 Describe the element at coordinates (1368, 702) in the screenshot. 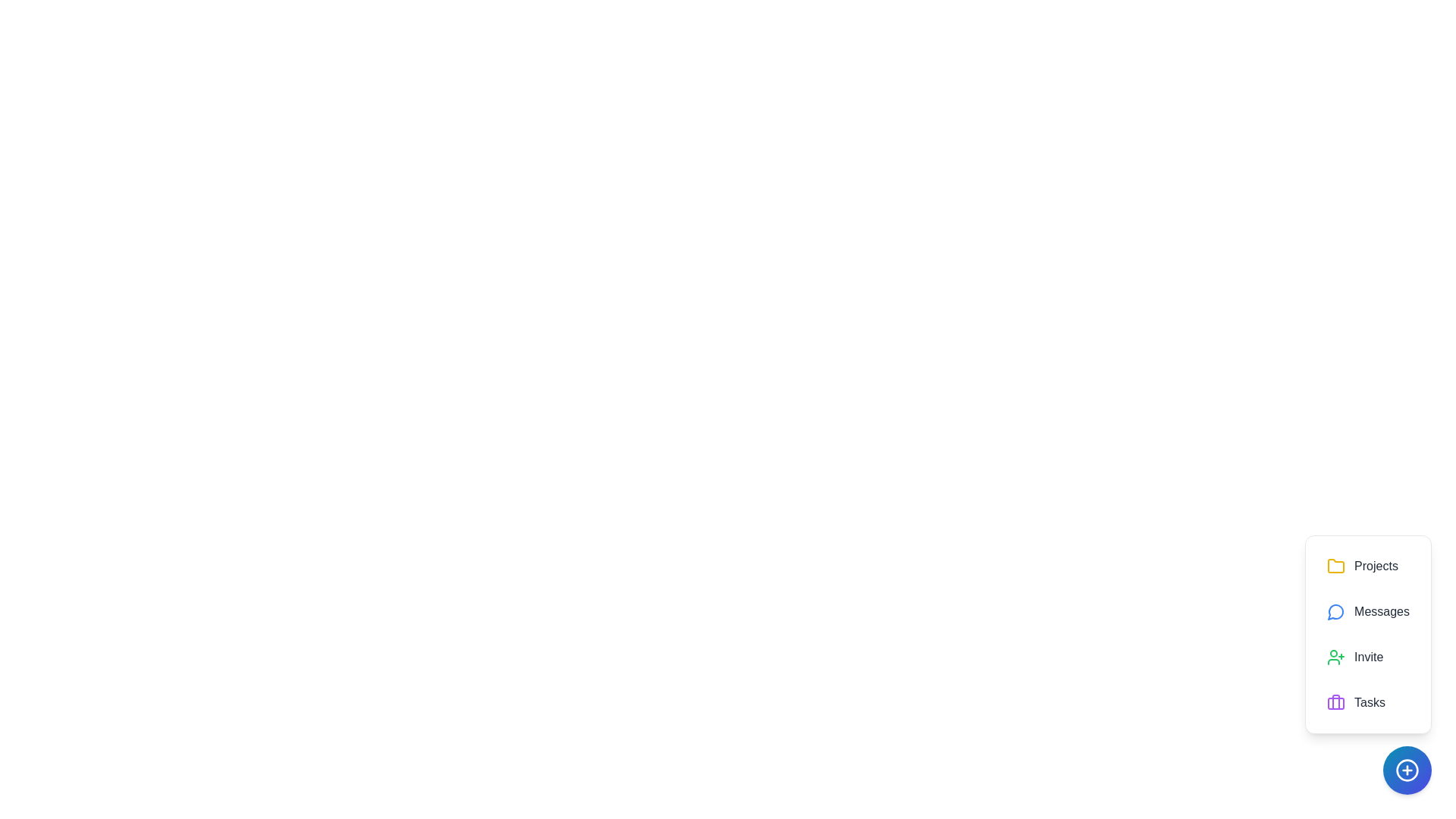

I see `the menu item corresponding to Tasks` at that location.